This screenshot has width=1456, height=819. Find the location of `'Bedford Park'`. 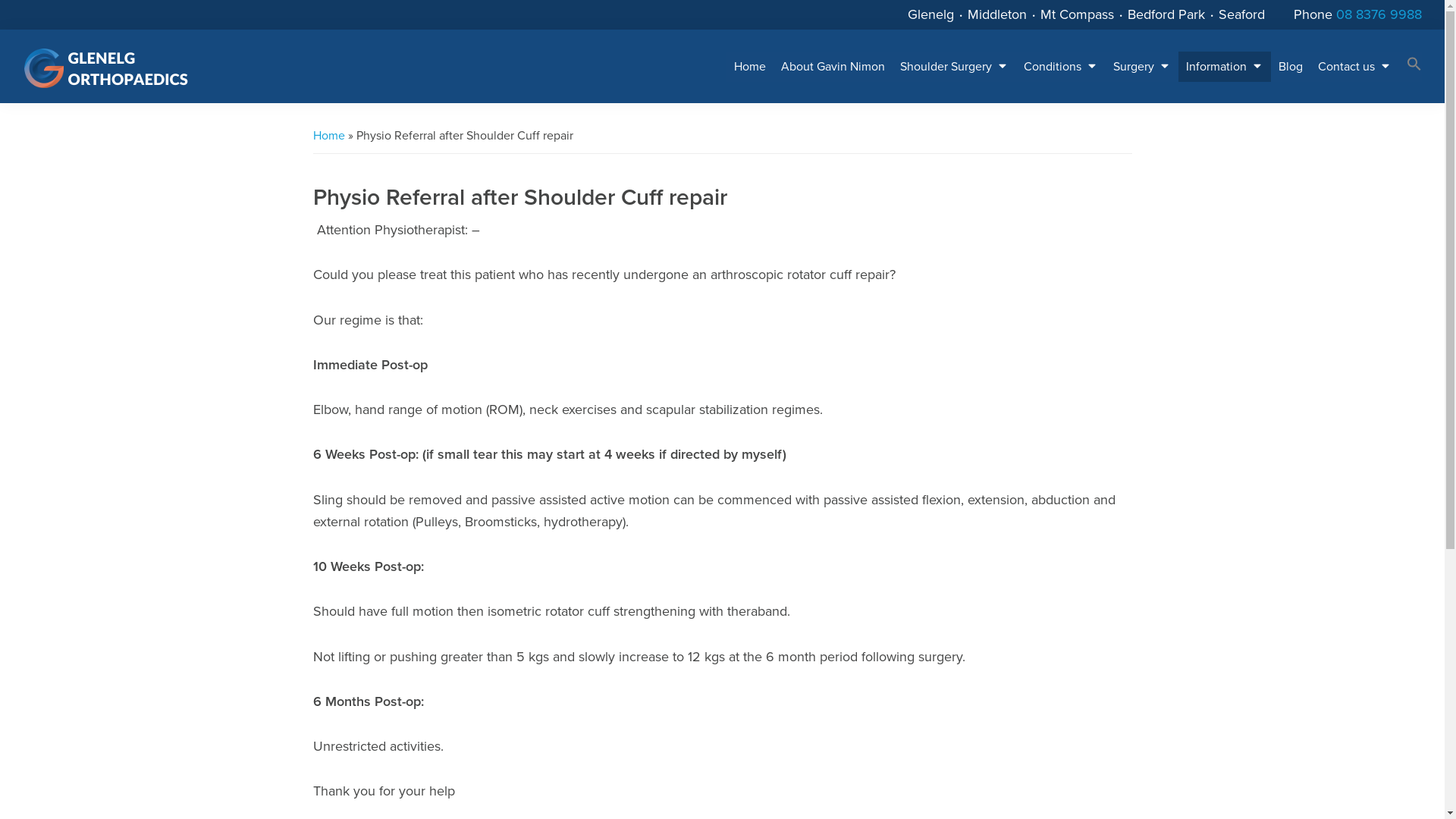

'Bedford Park' is located at coordinates (1165, 14).